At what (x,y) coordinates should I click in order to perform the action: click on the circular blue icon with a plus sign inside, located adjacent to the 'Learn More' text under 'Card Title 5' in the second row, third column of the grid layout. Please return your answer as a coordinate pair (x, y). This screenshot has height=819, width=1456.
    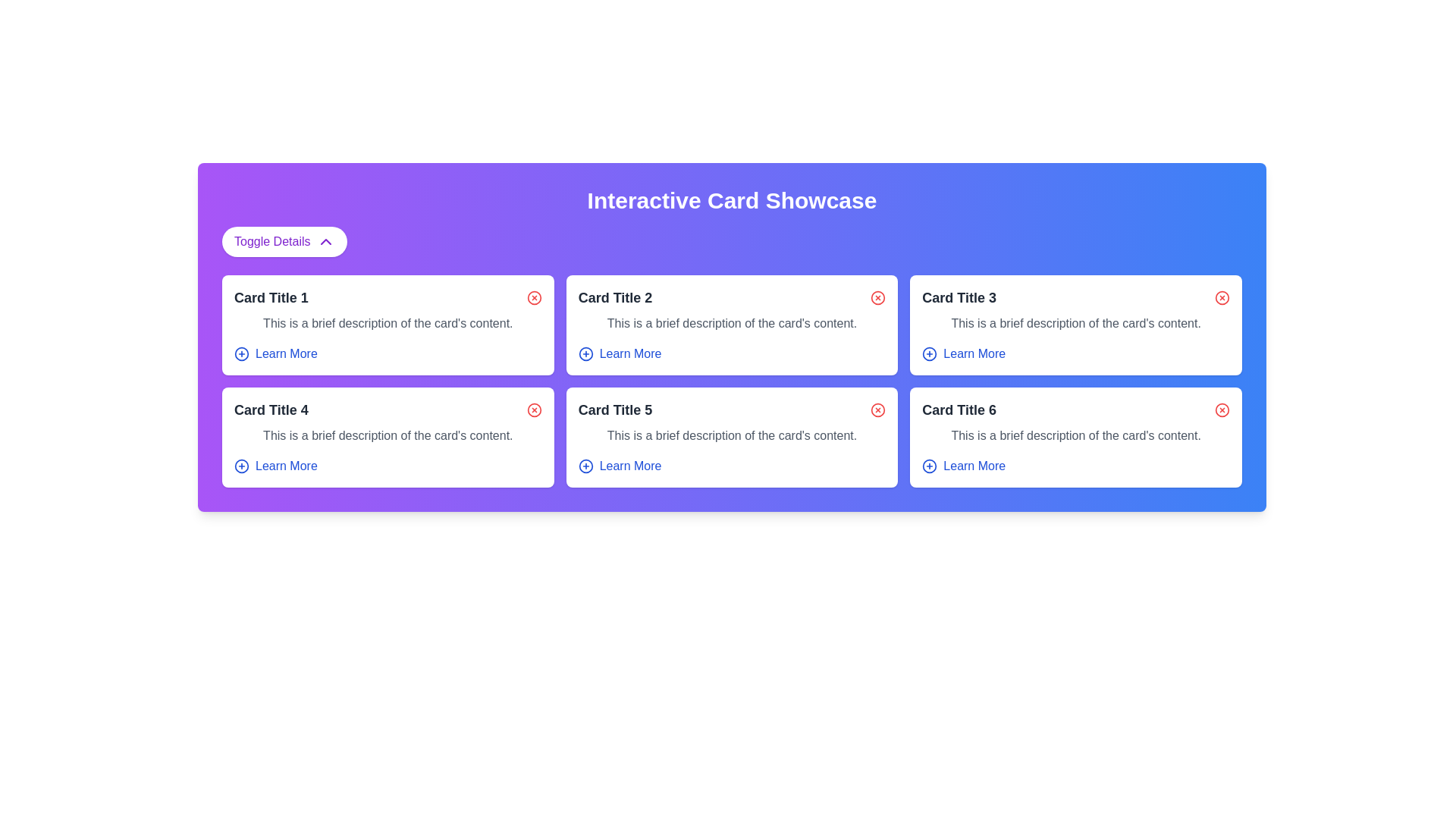
    Looking at the image, I should click on (585, 465).